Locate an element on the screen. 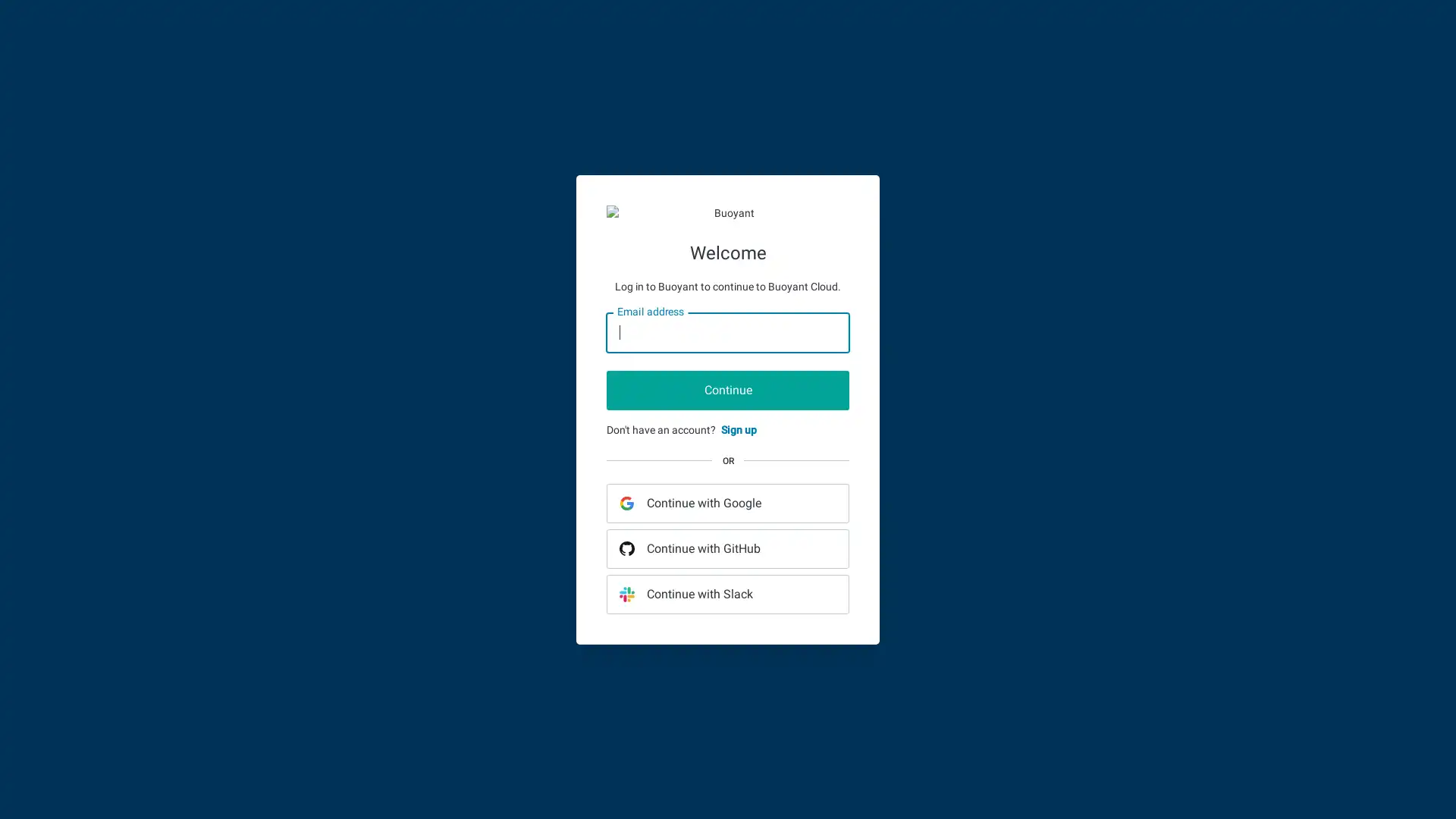  Continue with GitHub is located at coordinates (728, 548).